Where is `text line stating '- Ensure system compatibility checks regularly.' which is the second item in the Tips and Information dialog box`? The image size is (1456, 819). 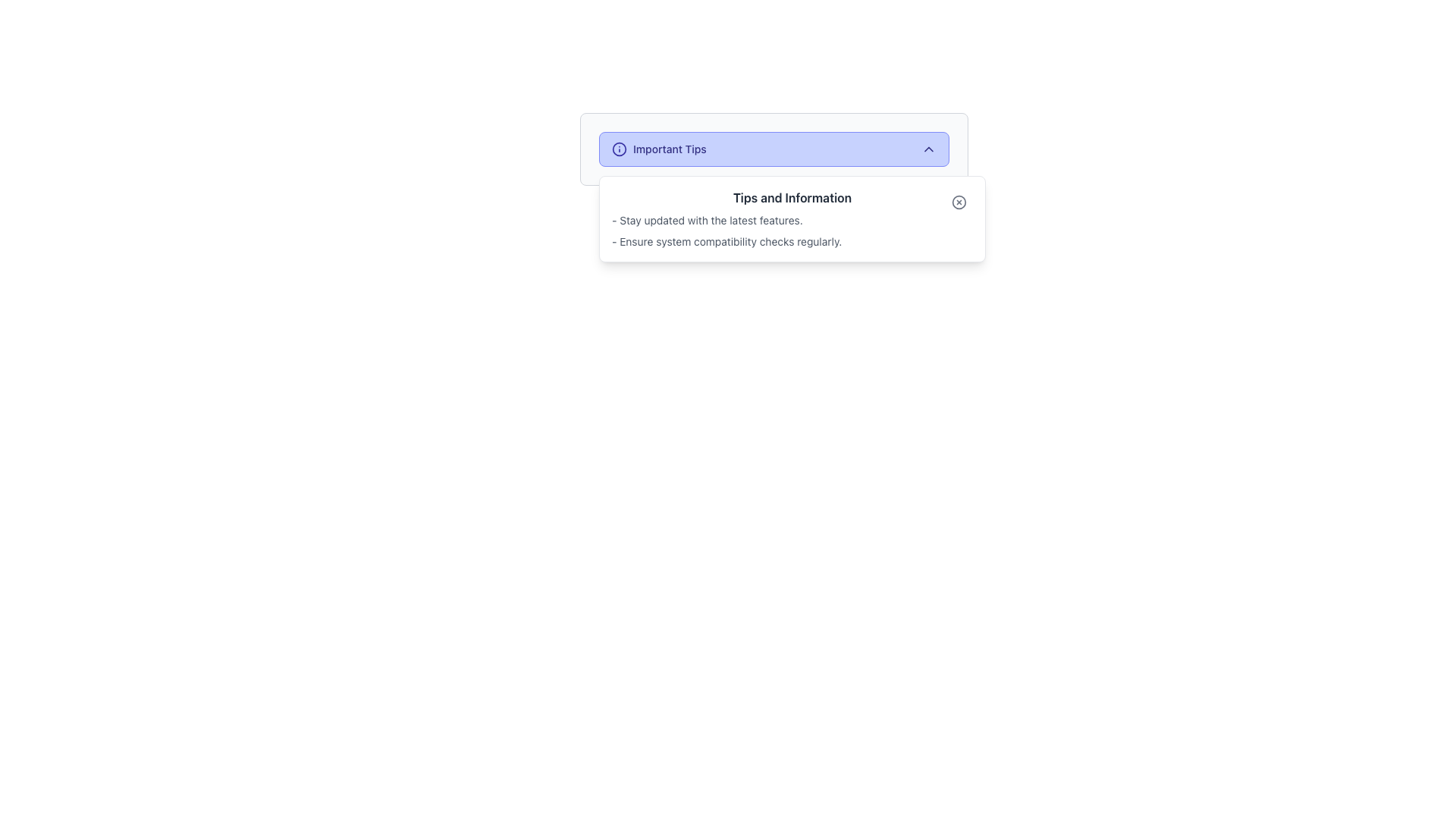 text line stating '- Ensure system compatibility checks regularly.' which is the second item in the Tips and Information dialog box is located at coordinates (792, 241).